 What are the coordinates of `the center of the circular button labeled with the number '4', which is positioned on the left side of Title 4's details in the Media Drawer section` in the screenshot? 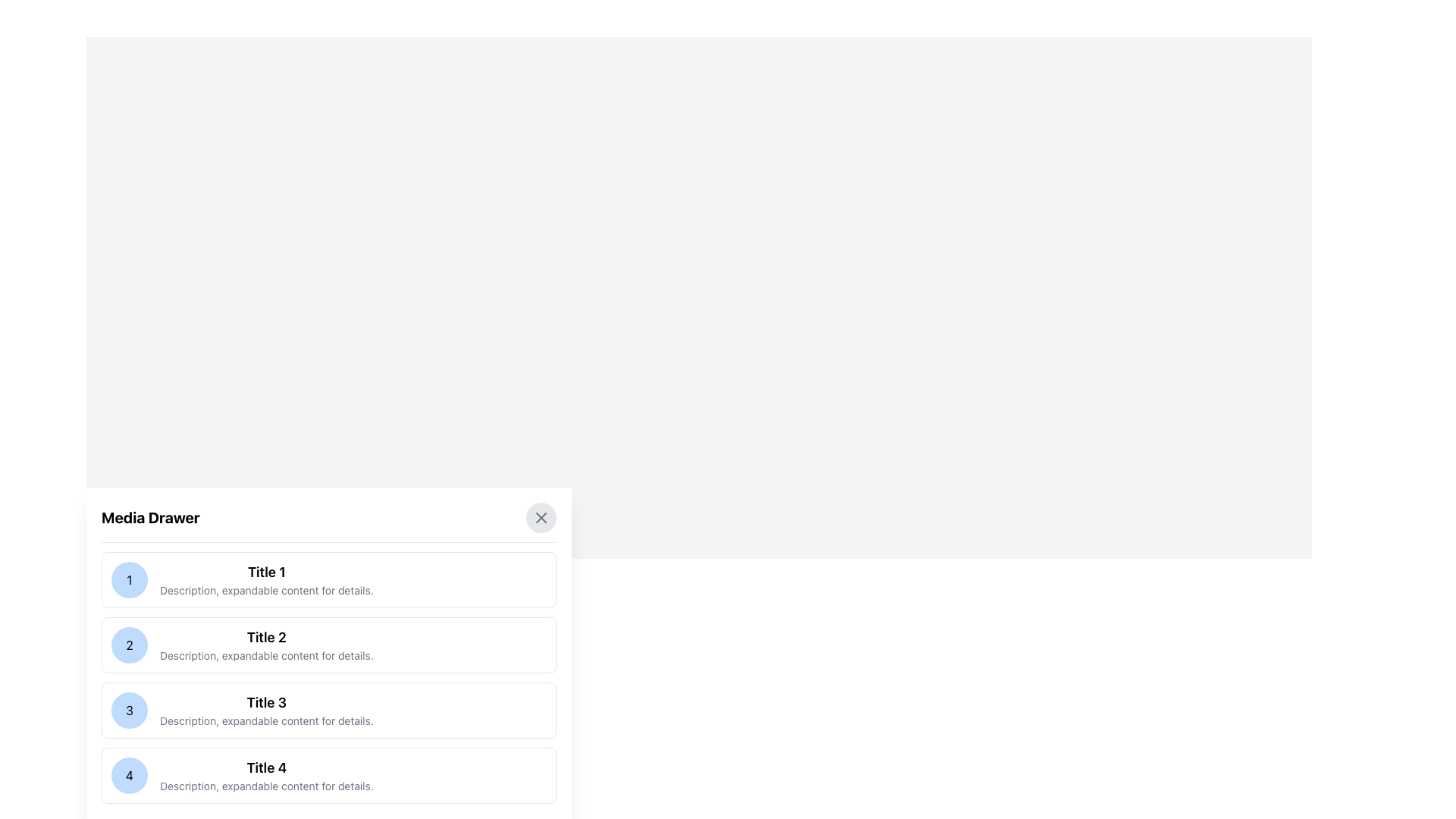 It's located at (130, 775).